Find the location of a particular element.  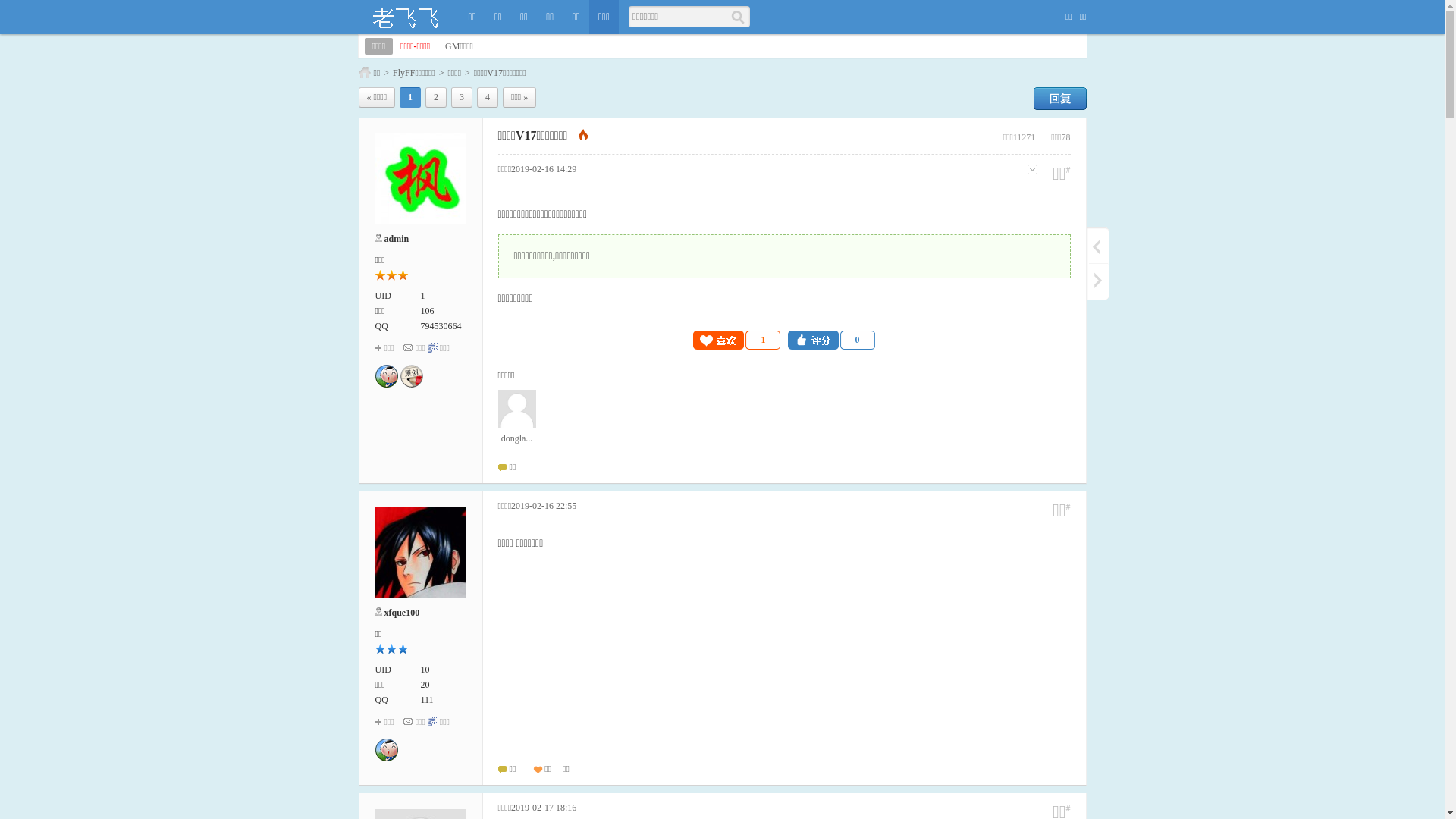

'xfque100' is located at coordinates (401, 611).